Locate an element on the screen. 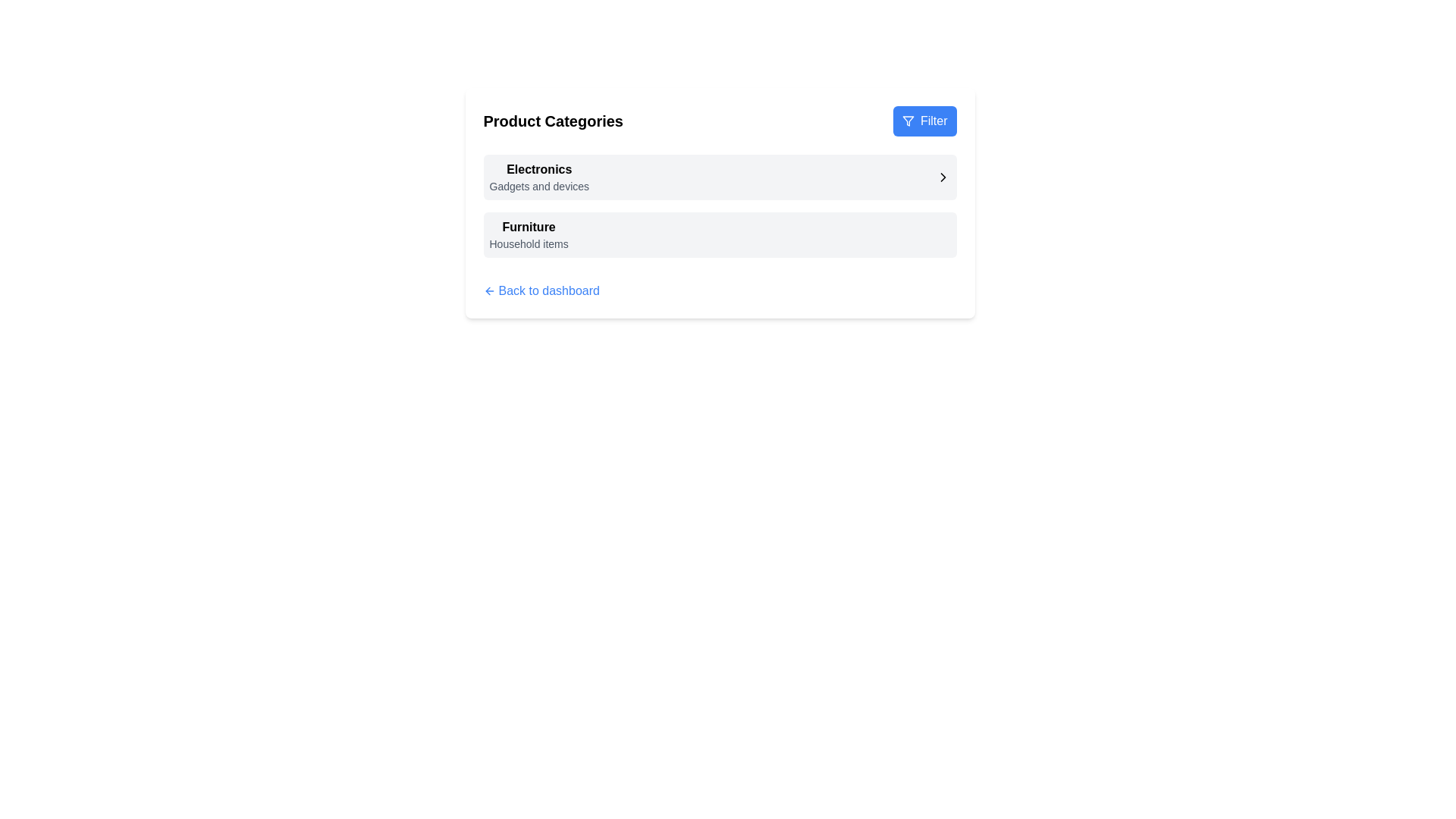  the 'Furniture' category selection list item for keyboard navigation is located at coordinates (719, 234).